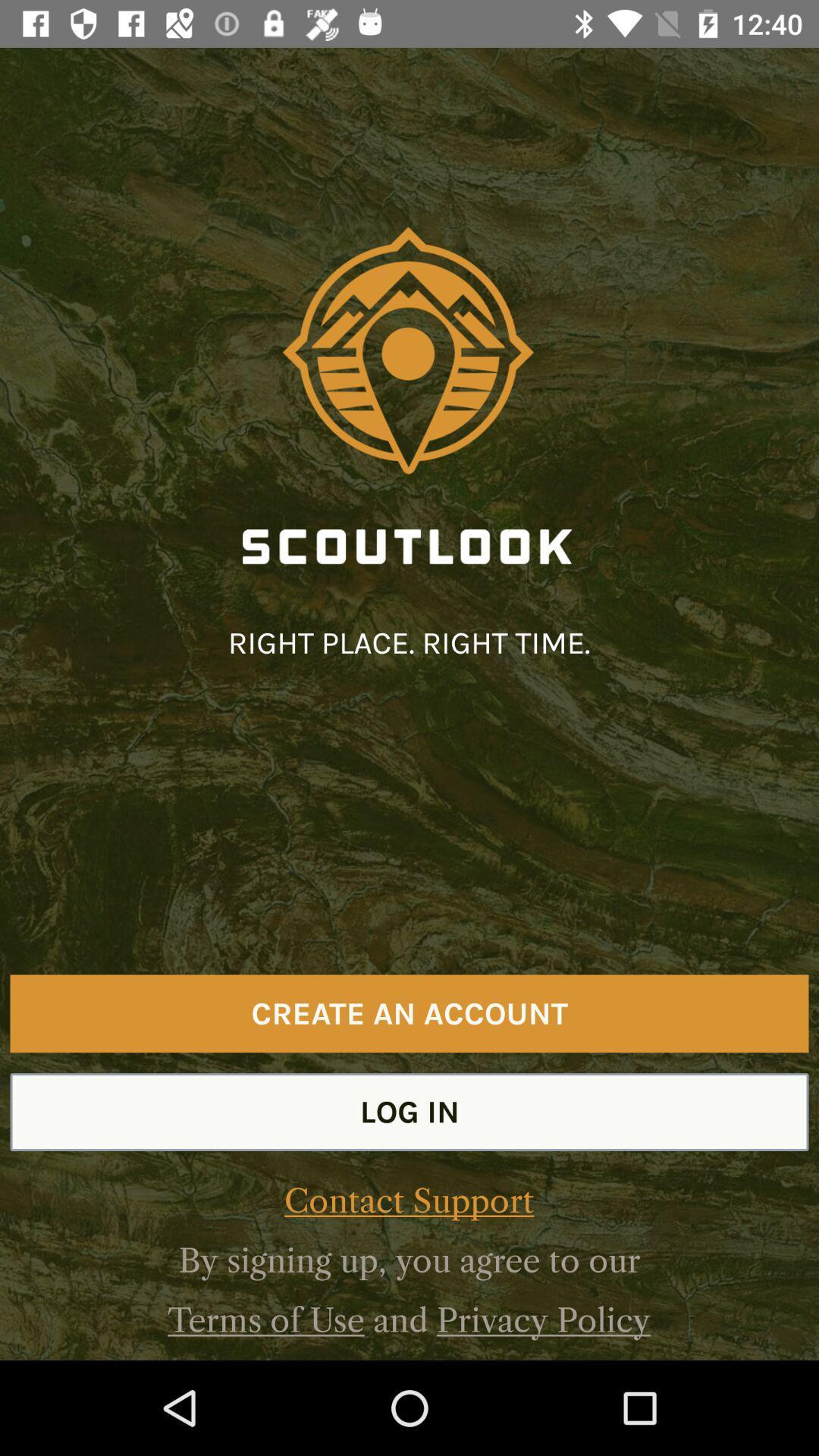 Image resolution: width=819 pixels, height=1456 pixels. I want to click on create an account item, so click(409, 1013).